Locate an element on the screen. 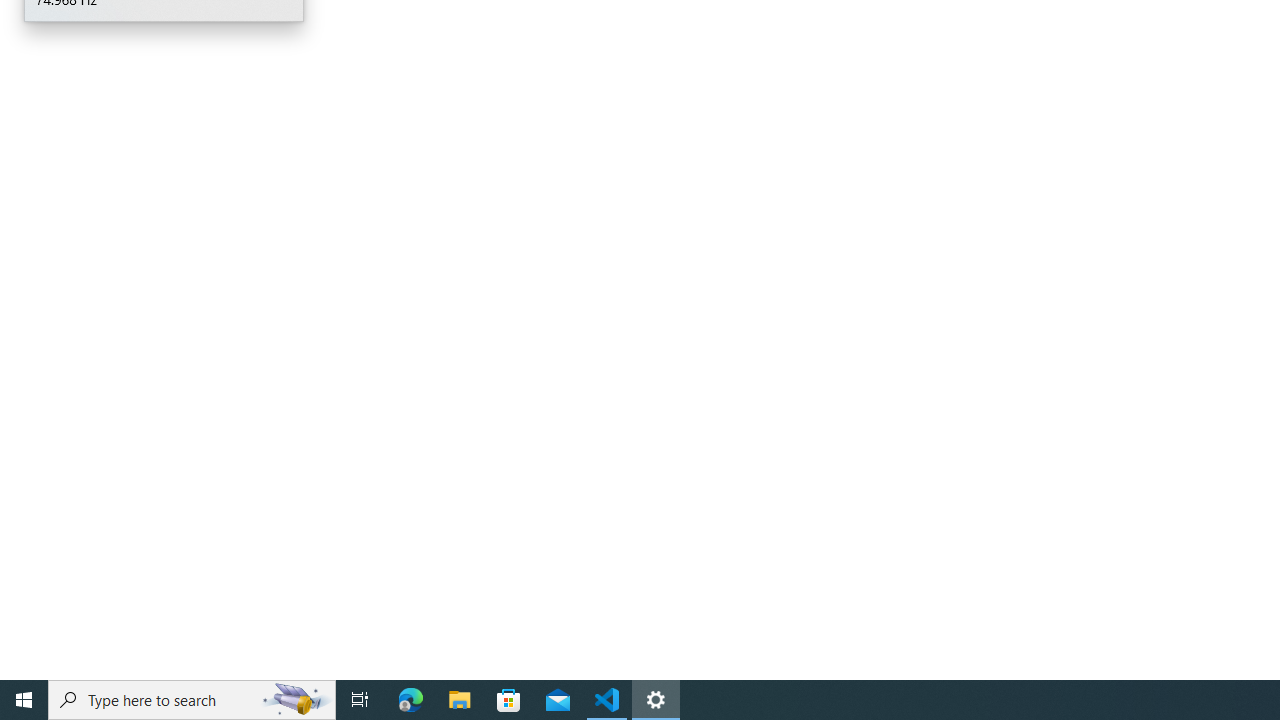  'Microsoft Store' is located at coordinates (509, 698).